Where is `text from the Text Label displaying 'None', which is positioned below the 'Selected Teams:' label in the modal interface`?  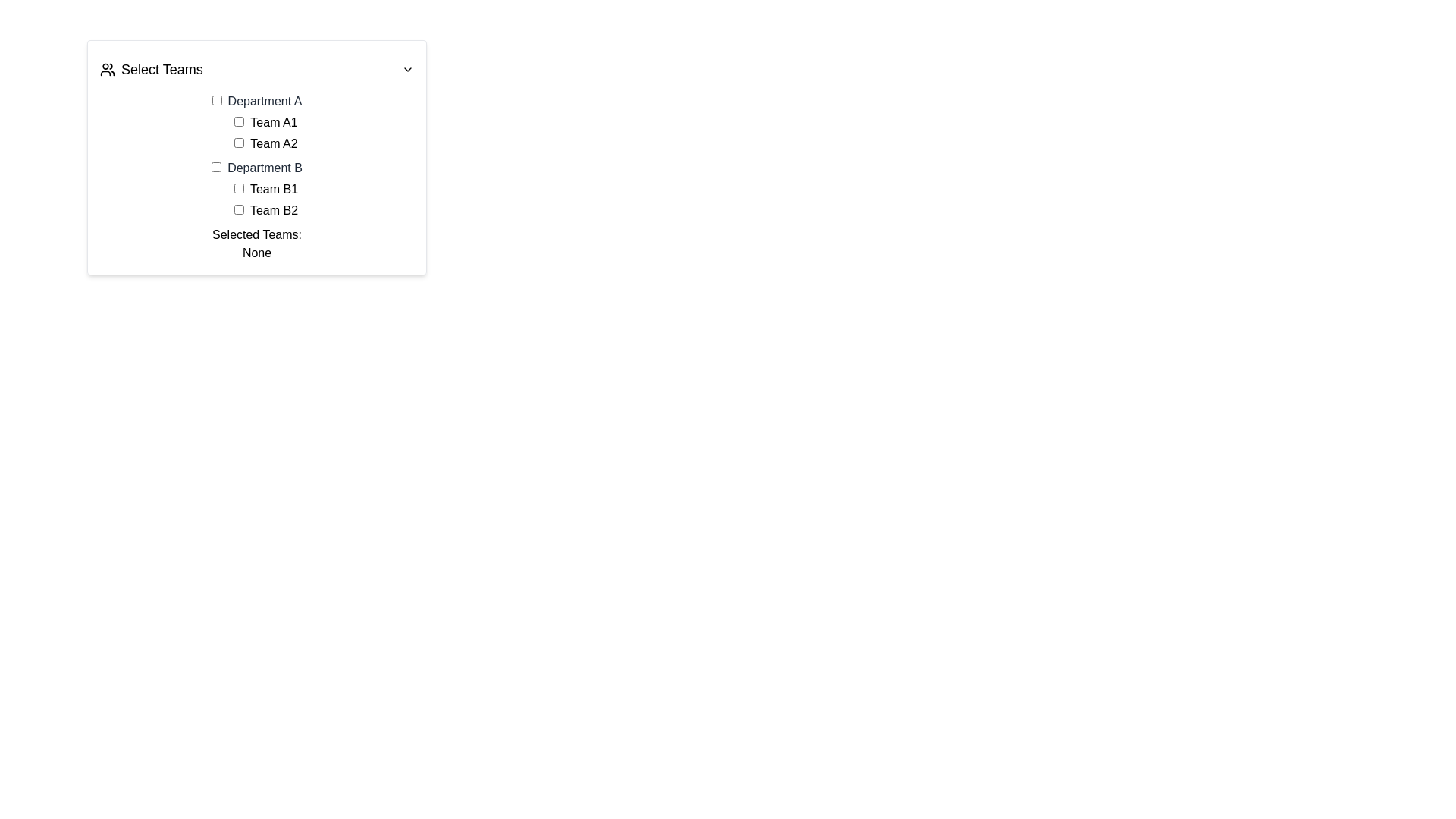
text from the Text Label displaying 'None', which is positioned below the 'Selected Teams:' label in the modal interface is located at coordinates (257, 253).